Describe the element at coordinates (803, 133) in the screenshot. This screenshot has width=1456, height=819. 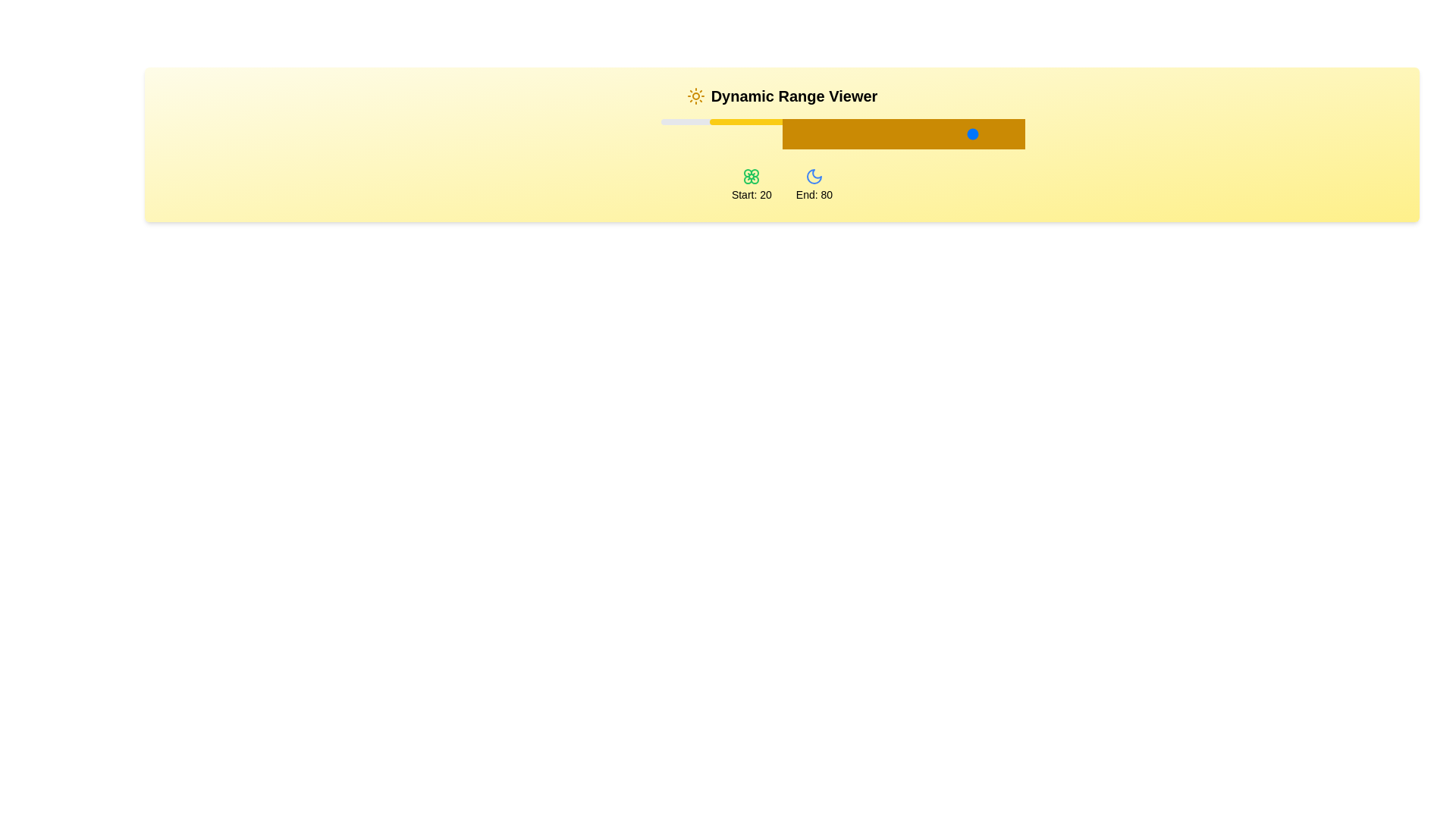
I see `the slider value` at that location.